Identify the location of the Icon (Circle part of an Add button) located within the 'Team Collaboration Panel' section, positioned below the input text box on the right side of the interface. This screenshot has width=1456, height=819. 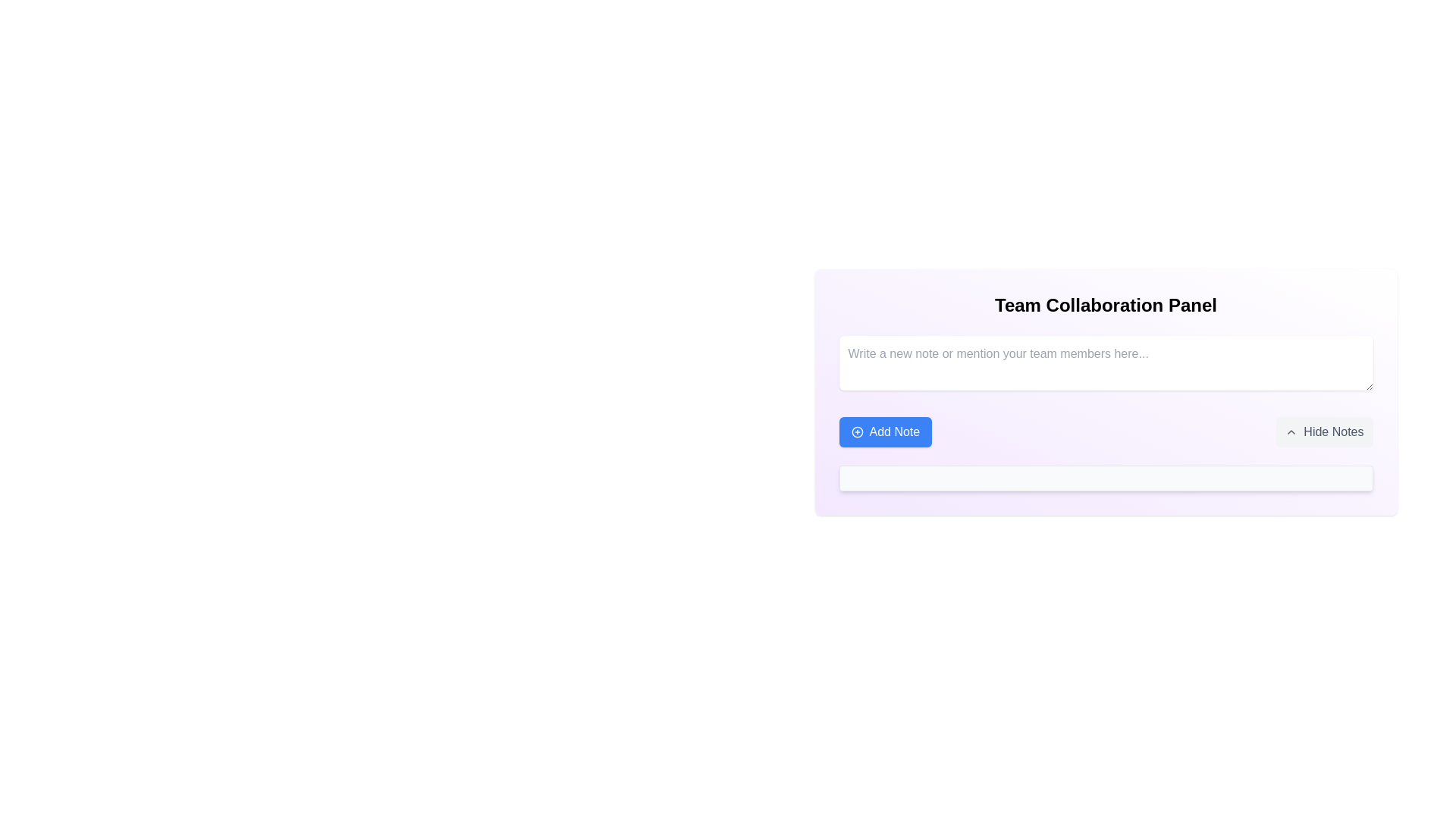
(857, 432).